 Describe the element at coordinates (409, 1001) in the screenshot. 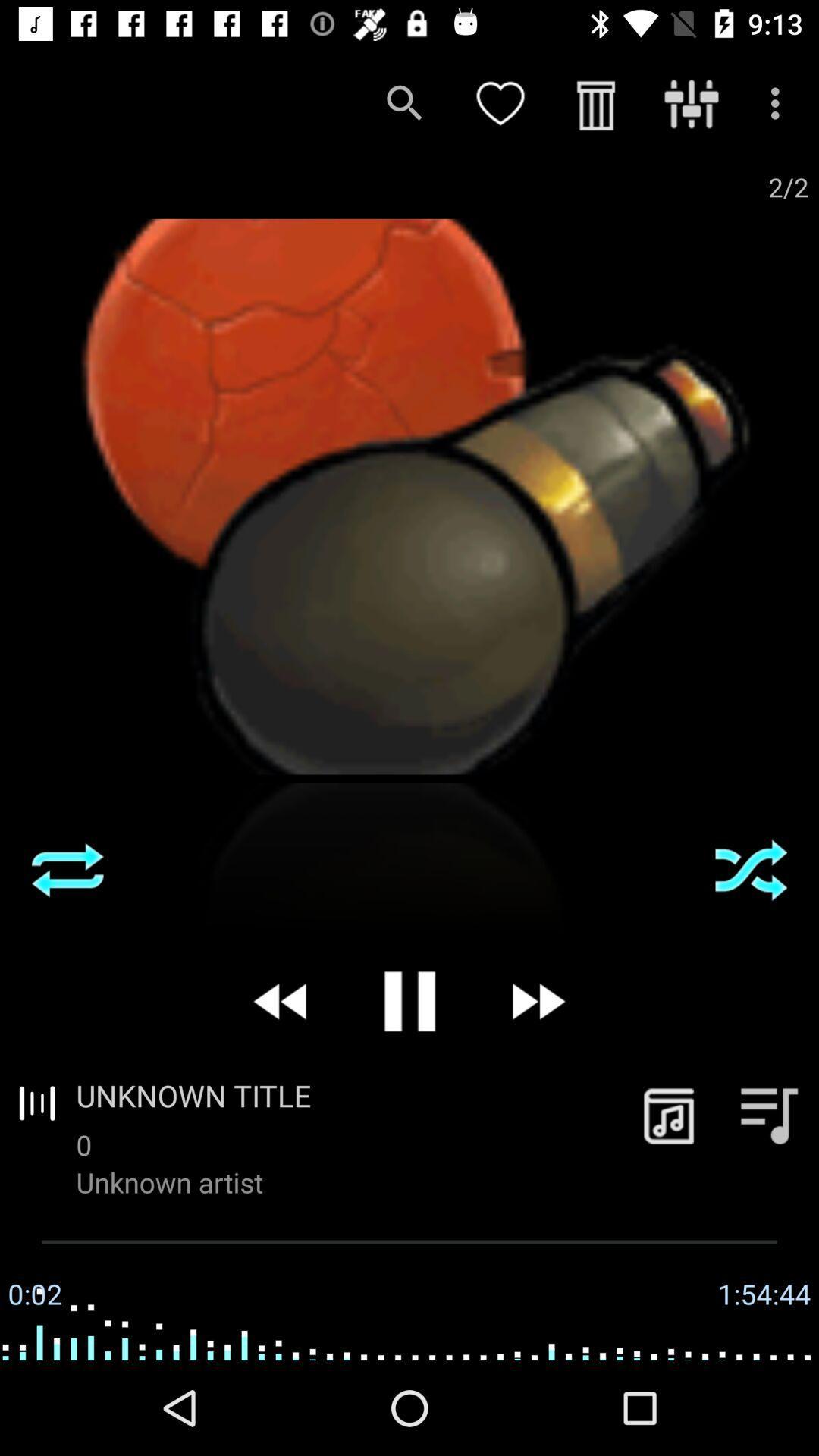

I see `pause audio` at that location.